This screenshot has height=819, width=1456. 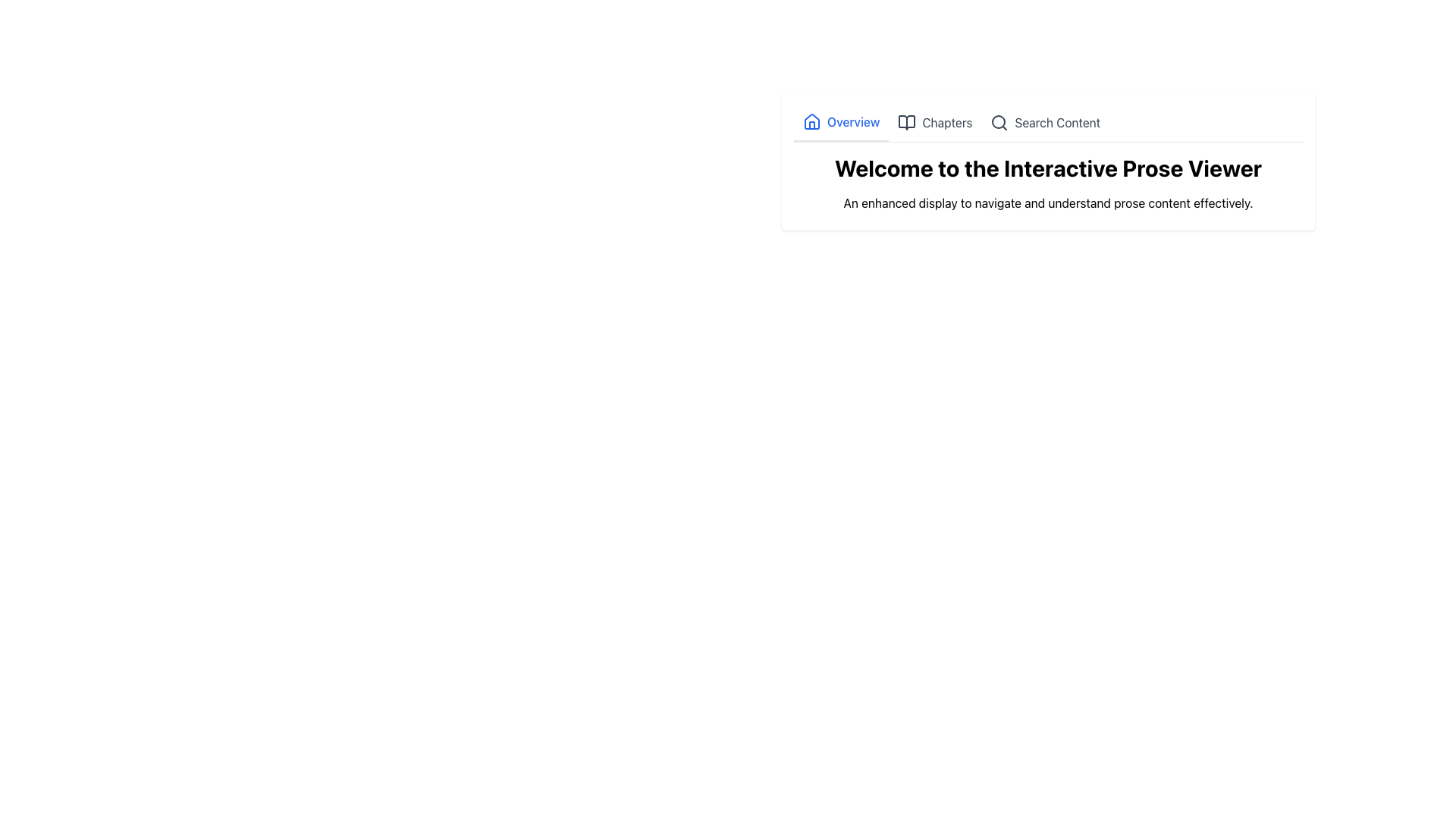 I want to click on the text block that features a prominent heading 'Welcome to the Interactive Prose Viewer' and subtext 'An enhanced display to navigate and understand prose content effectively.', so click(x=1047, y=161).